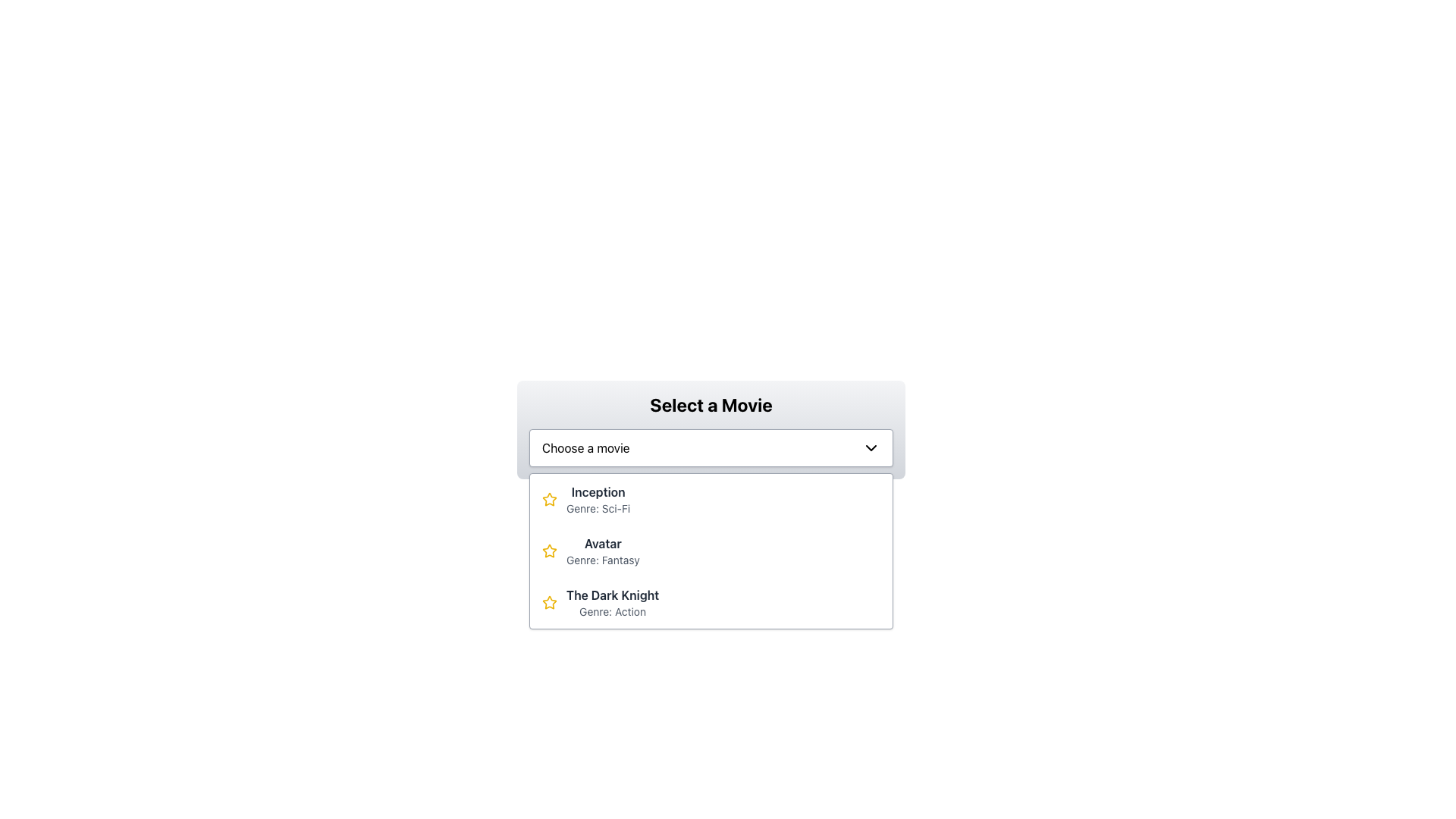 The height and width of the screenshot is (819, 1456). What do you see at coordinates (598, 509) in the screenshot?
I see `the text label displaying the genre of the movie, which reads 'Genre: Sci-Fi', located directly below the movie title 'Inception'` at bounding box center [598, 509].